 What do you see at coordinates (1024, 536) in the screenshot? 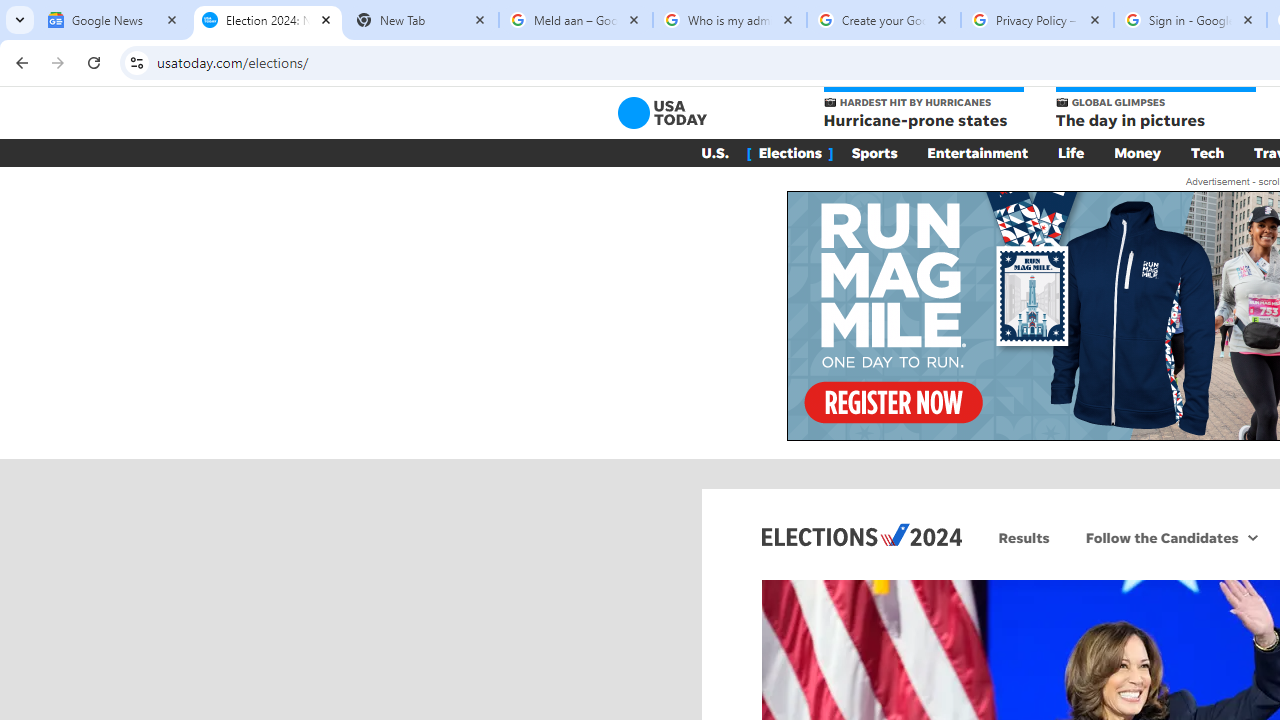
I see `'Results'` at bounding box center [1024, 536].